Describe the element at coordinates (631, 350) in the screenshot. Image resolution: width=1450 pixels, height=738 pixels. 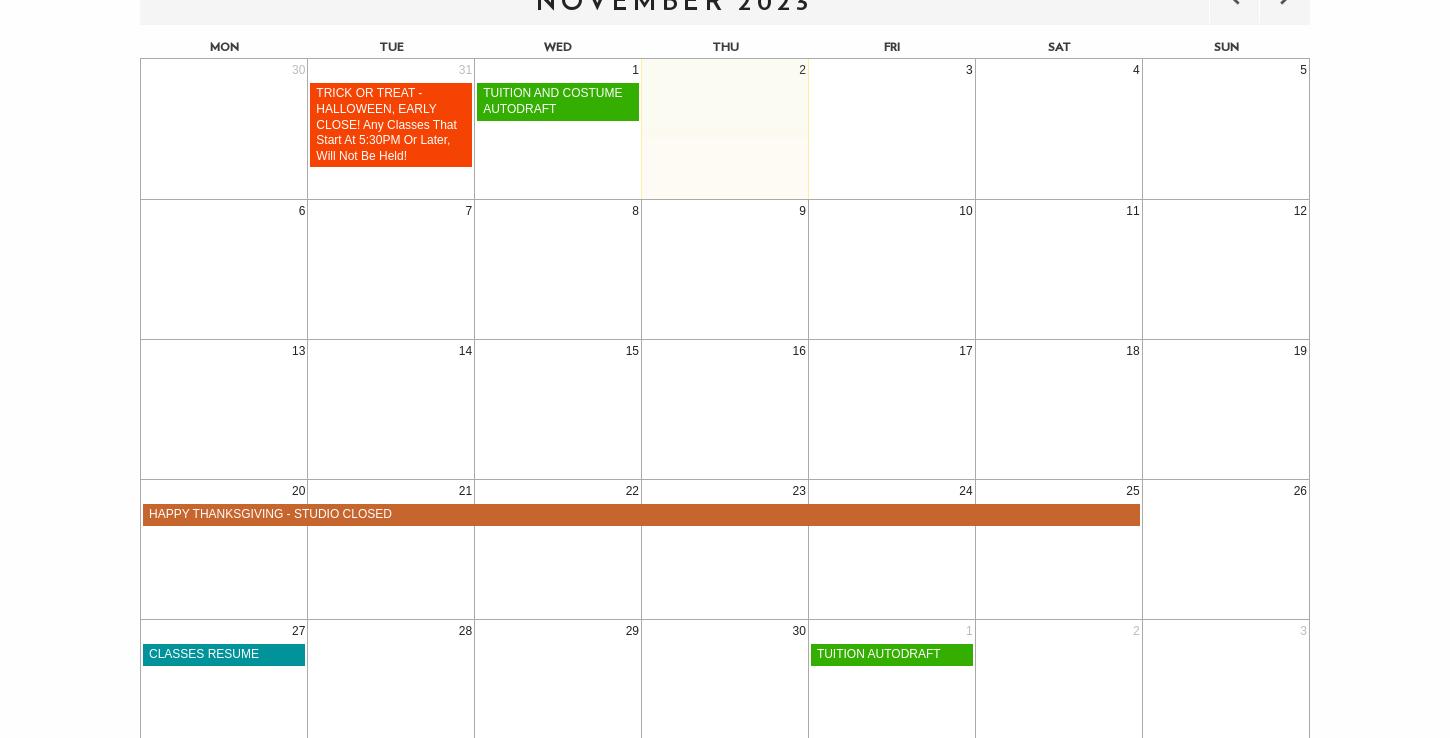
I see `'15'` at that location.